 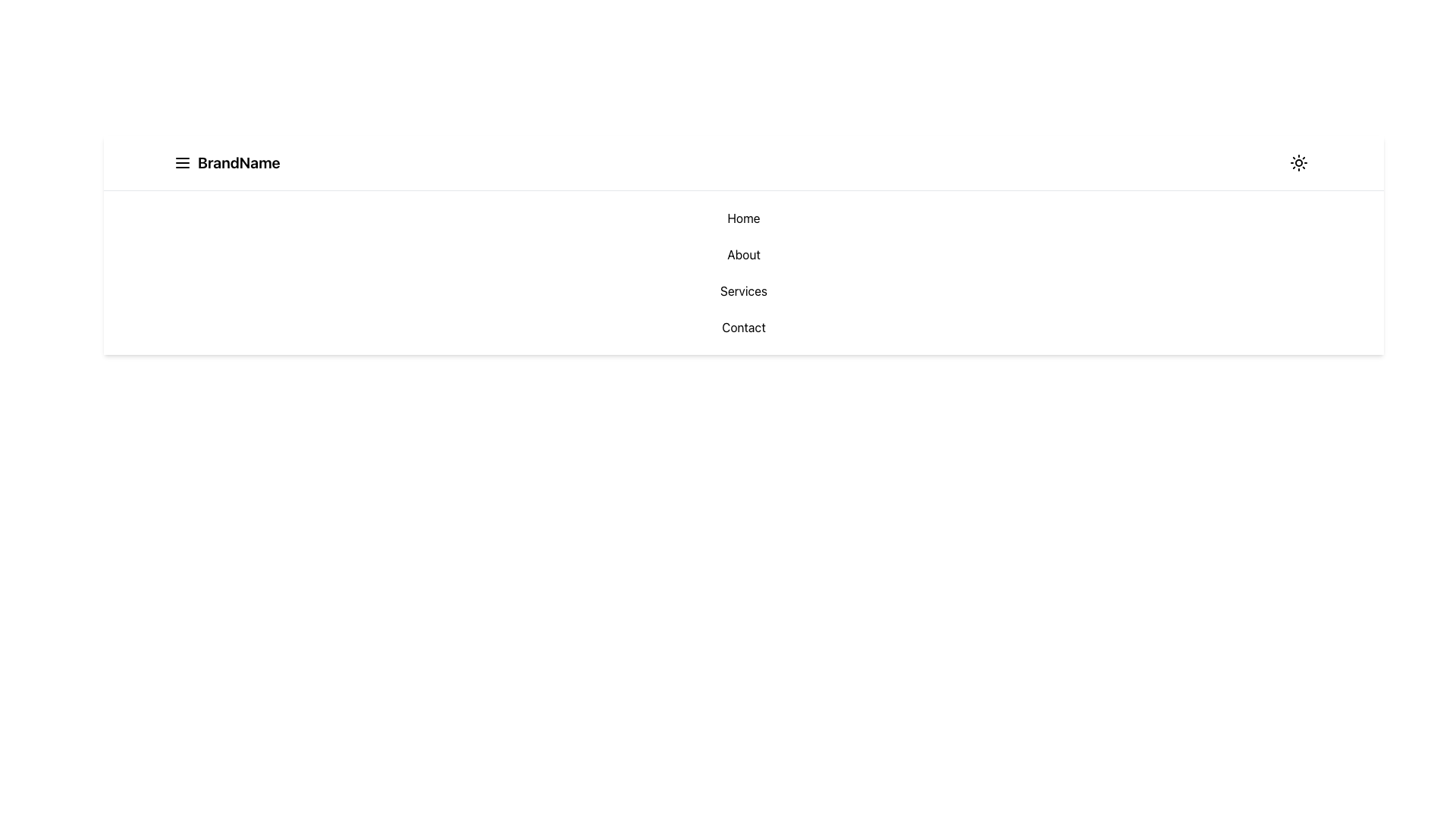 I want to click on the navigational text button that serves as a link to the contact page, positioned as the fourth item in the vertical menu list, so click(x=743, y=327).